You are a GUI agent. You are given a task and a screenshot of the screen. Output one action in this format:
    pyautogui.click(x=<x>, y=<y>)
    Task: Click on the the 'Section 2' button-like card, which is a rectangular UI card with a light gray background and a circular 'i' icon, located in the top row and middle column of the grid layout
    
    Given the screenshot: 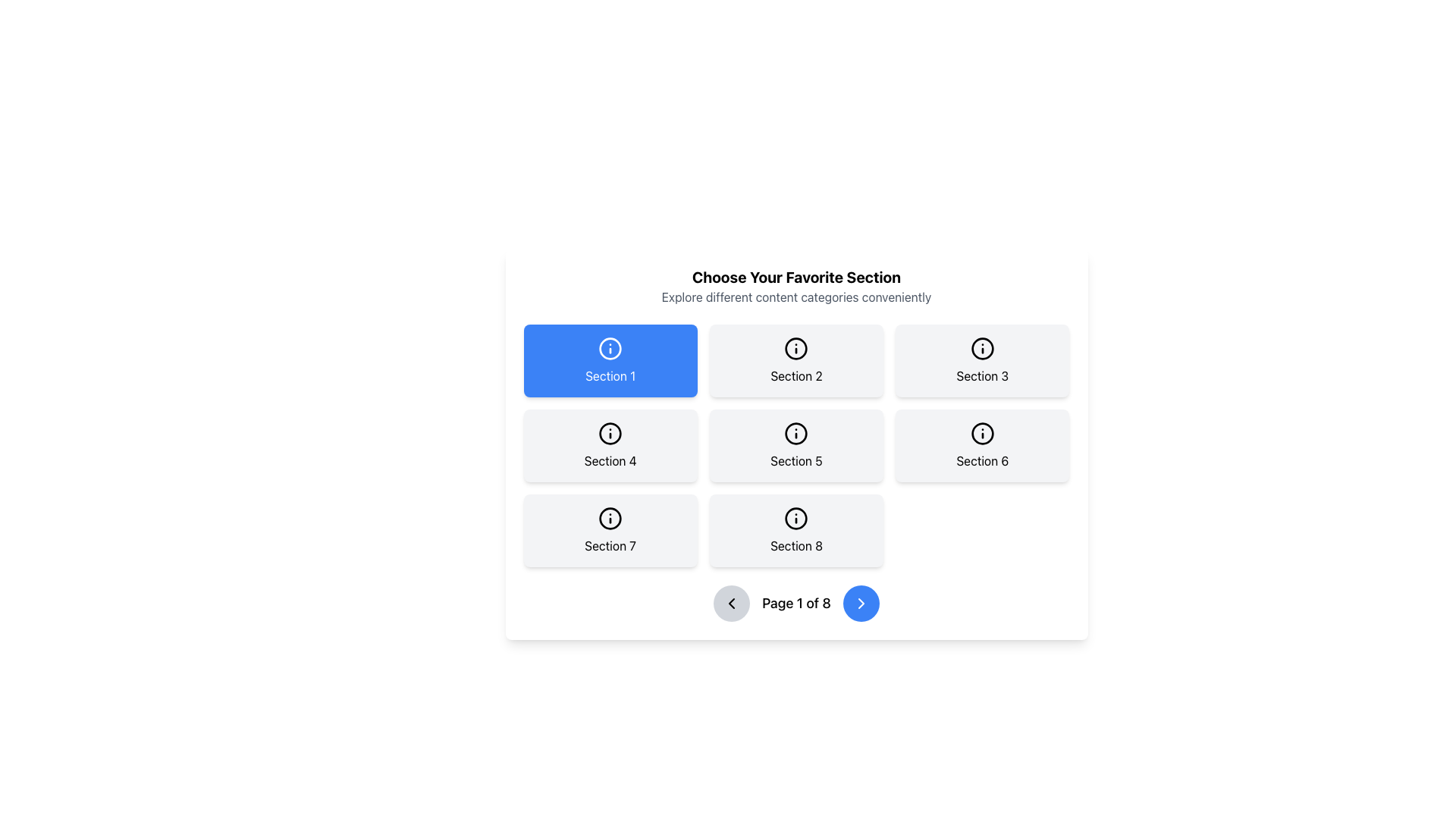 What is the action you would take?
    pyautogui.click(x=795, y=360)
    